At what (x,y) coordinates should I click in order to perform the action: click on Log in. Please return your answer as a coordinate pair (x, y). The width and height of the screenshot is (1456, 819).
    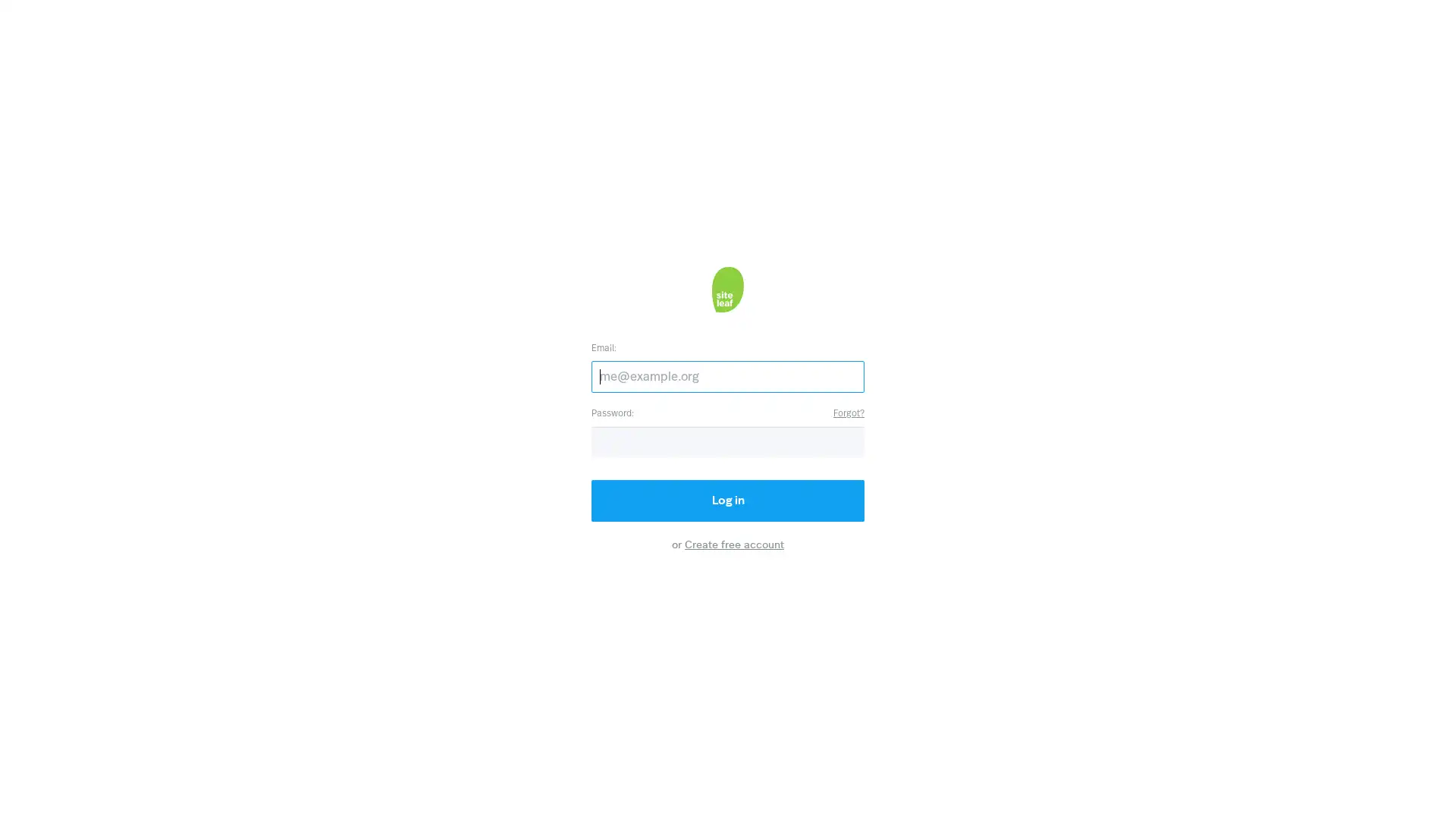
    Looking at the image, I should click on (728, 500).